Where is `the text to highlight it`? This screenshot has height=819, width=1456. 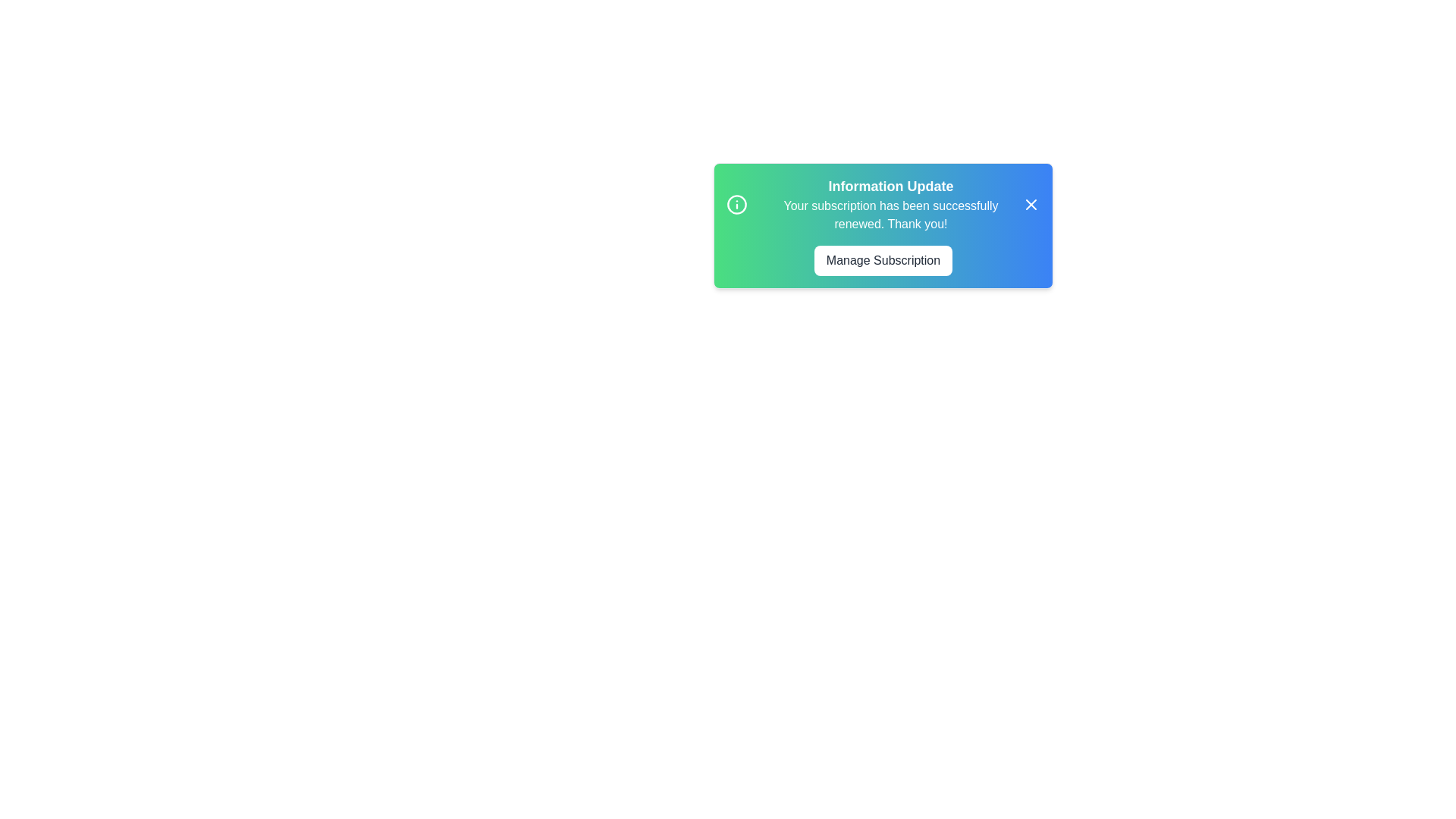
the text to highlight it is located at coordinates (883, 205).